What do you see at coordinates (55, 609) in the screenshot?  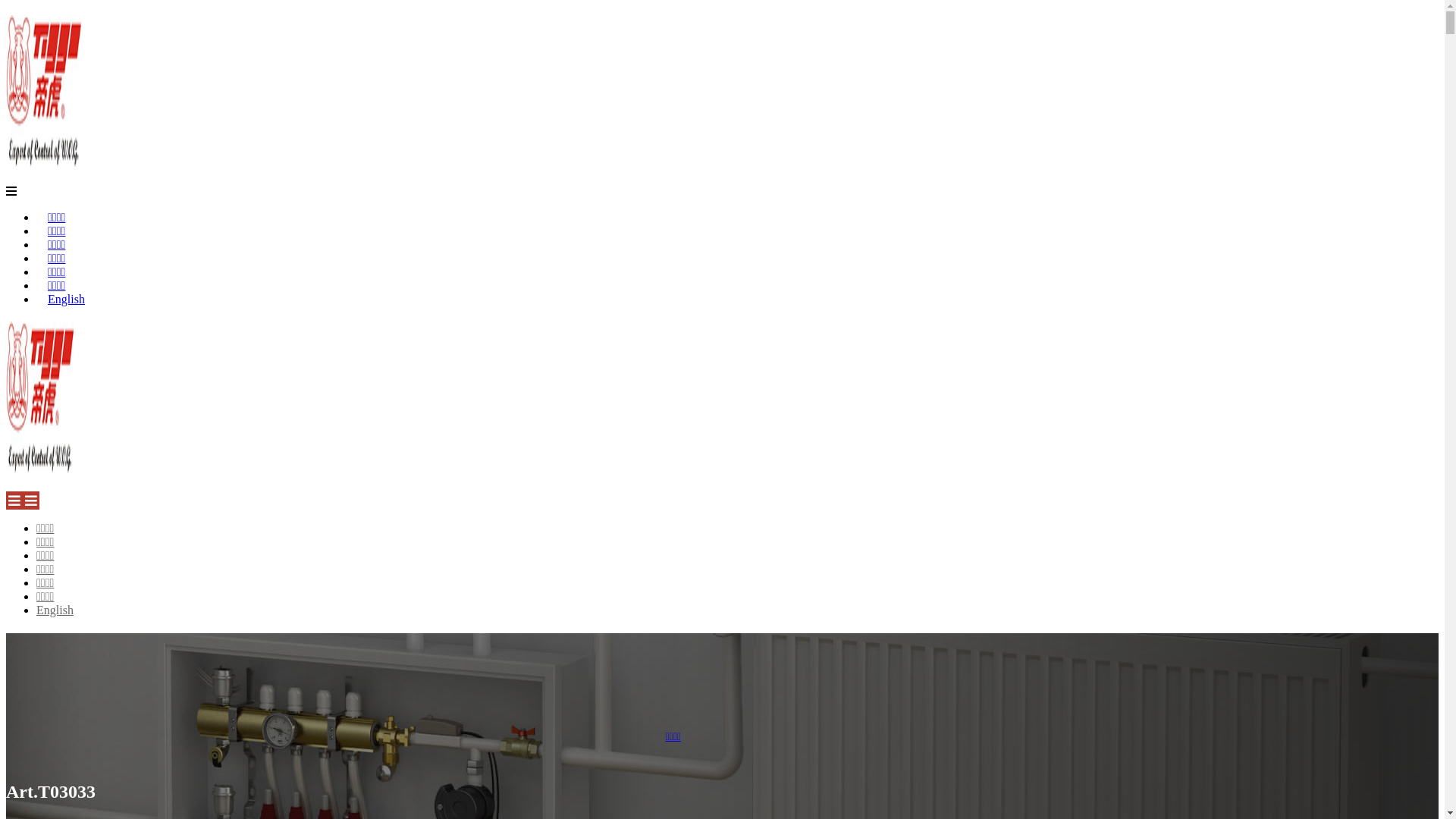 I see `'English'` at bounding box center [55, 609].